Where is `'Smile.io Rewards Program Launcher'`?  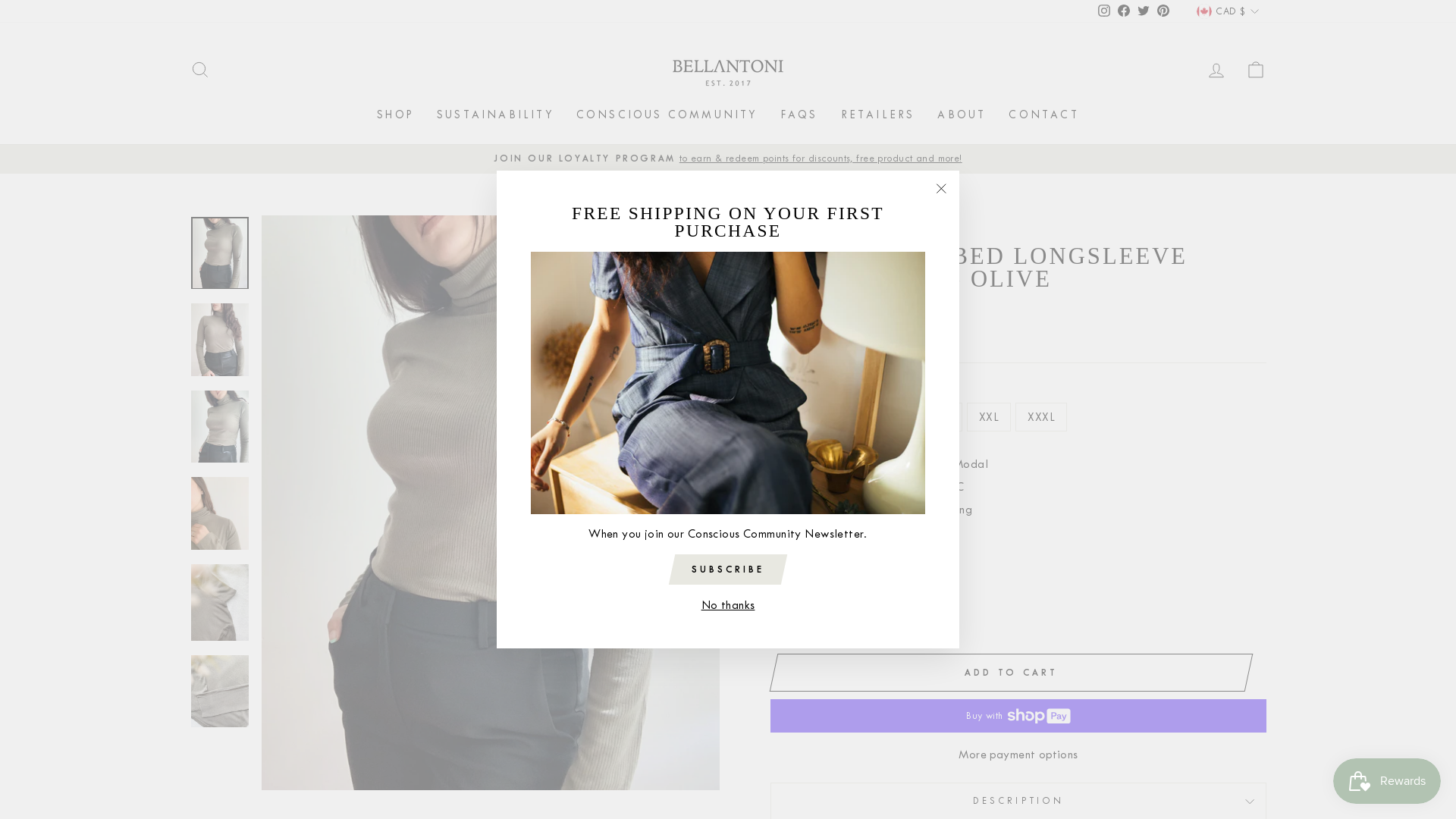
'Smile.io Rewards Program Launcher' is located at coordinates (1332, 780).